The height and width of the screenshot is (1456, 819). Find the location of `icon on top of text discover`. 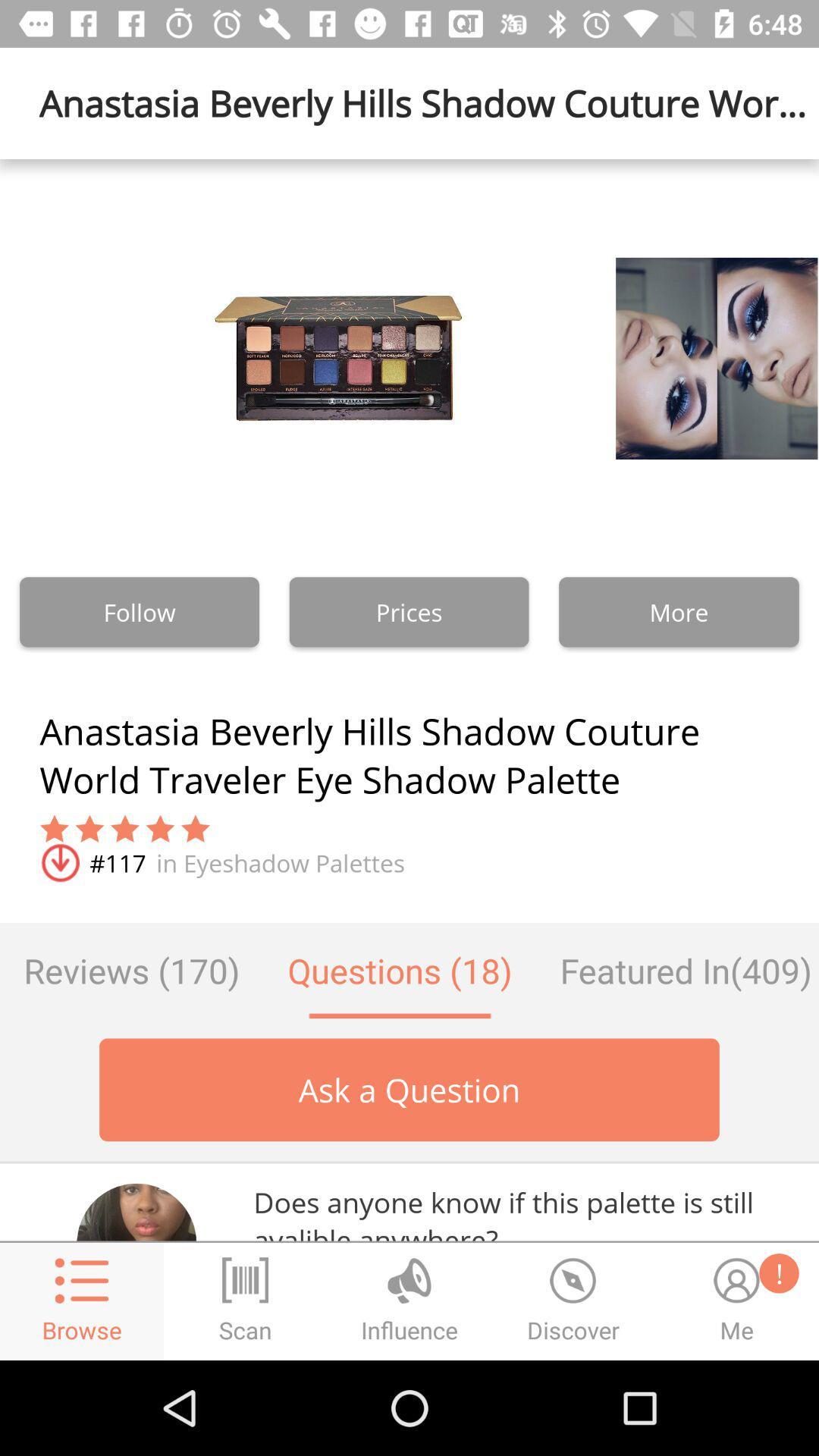

icon on top of text discover is located at coordinates (573, 1279).